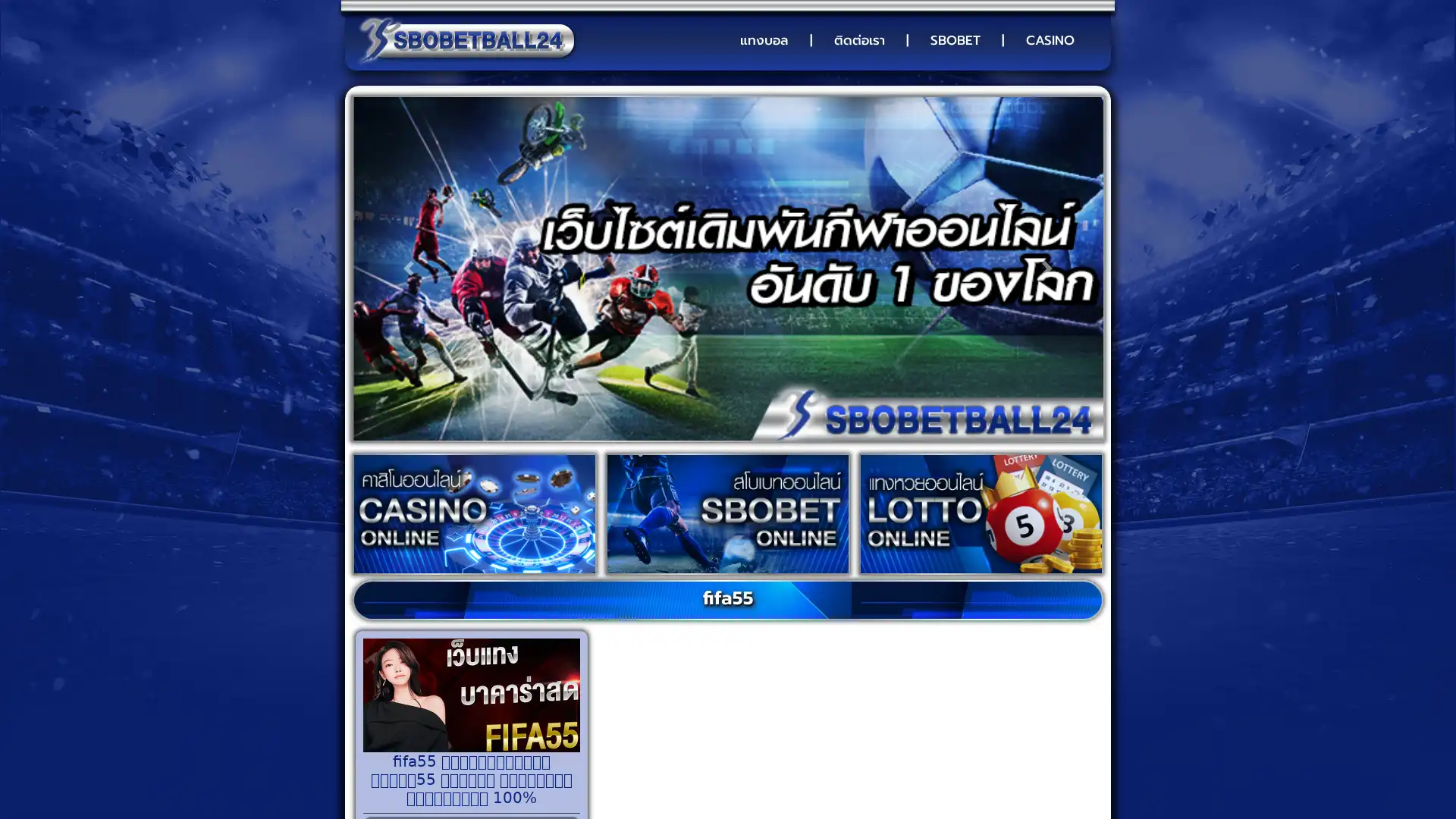 This screenshot has width=1456, height=819. I want to click on Next, so click(1046, 268).